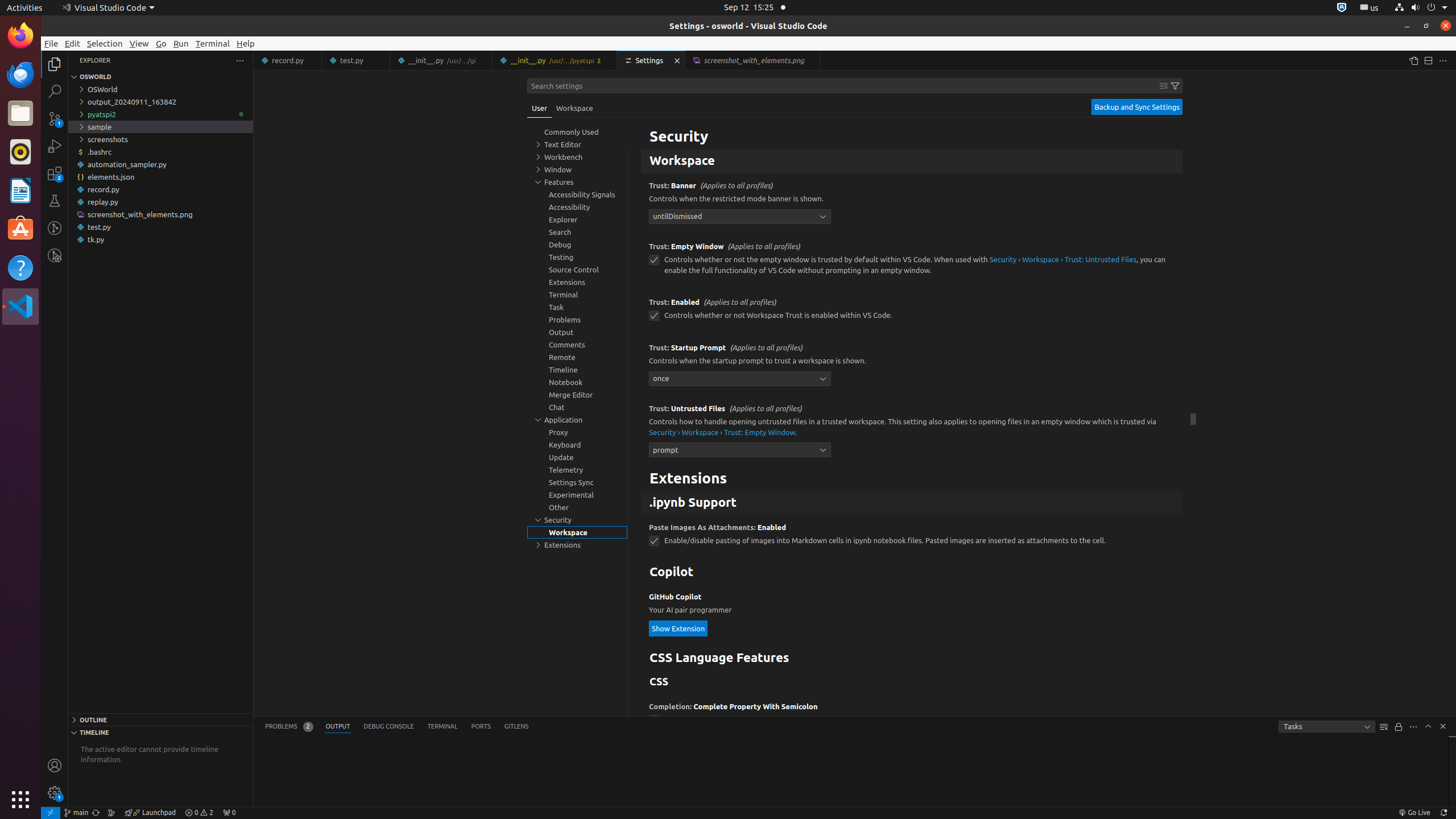 The image size is (1456, 819). I want to click on 'Keyboard, group', so click(577, 444).